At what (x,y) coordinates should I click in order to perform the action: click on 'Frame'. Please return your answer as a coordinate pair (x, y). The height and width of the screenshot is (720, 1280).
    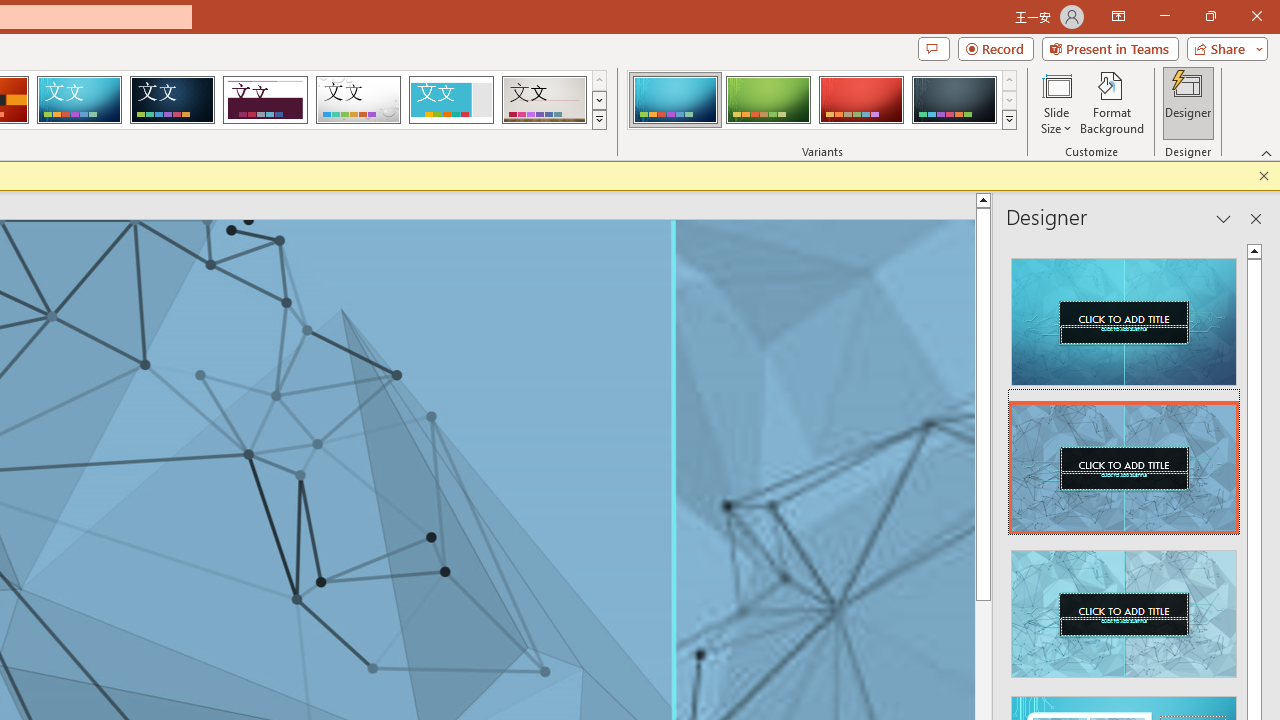
    Looking at the image, I should click on (450, 100).